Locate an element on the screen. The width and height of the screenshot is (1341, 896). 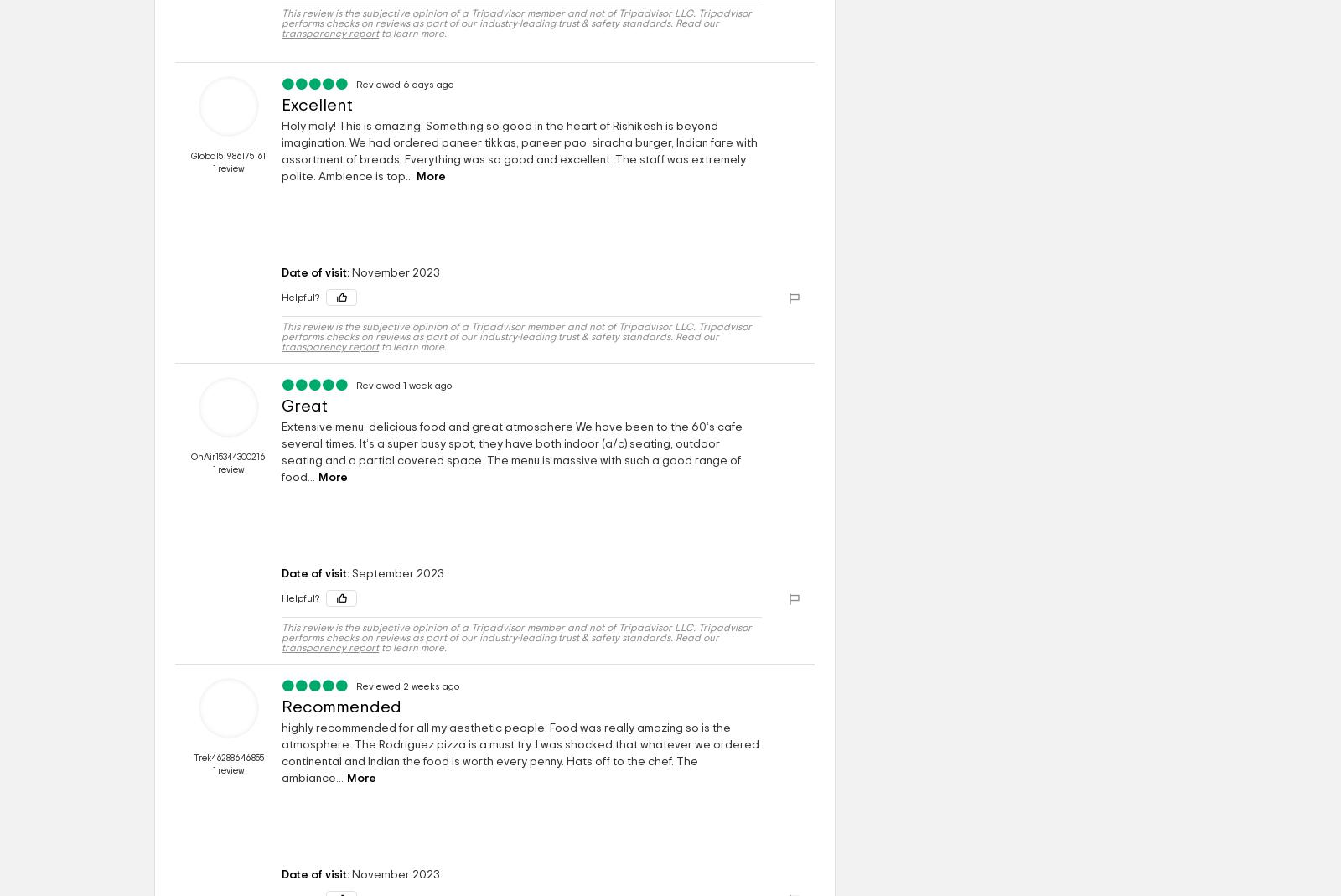
'Reviewed 6 days ago' is located at coordinates (404, 84).